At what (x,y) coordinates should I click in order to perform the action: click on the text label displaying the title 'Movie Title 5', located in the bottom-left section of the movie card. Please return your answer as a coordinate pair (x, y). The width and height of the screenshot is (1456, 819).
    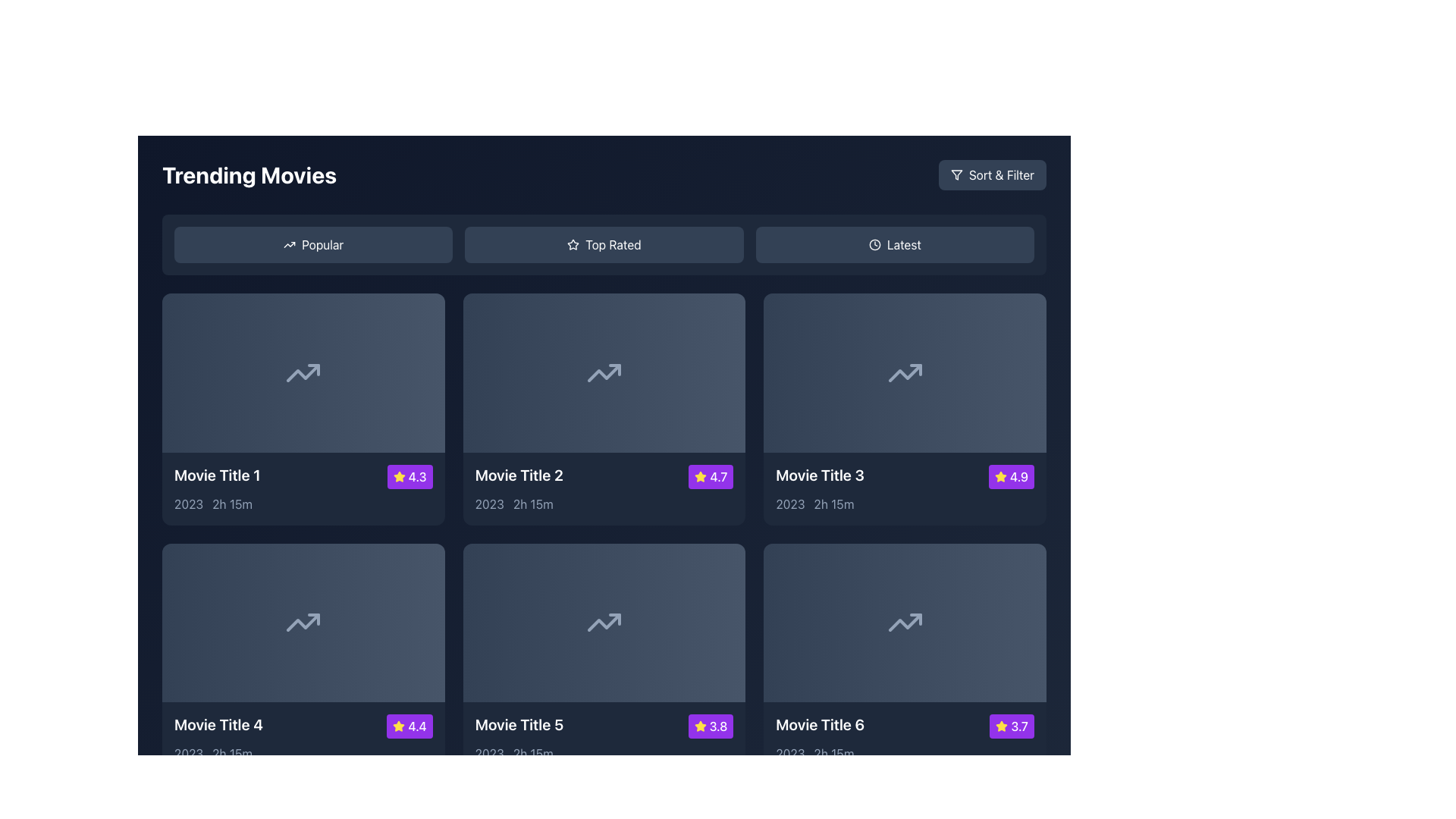
    Looking at the image, I should click on (519, 724).